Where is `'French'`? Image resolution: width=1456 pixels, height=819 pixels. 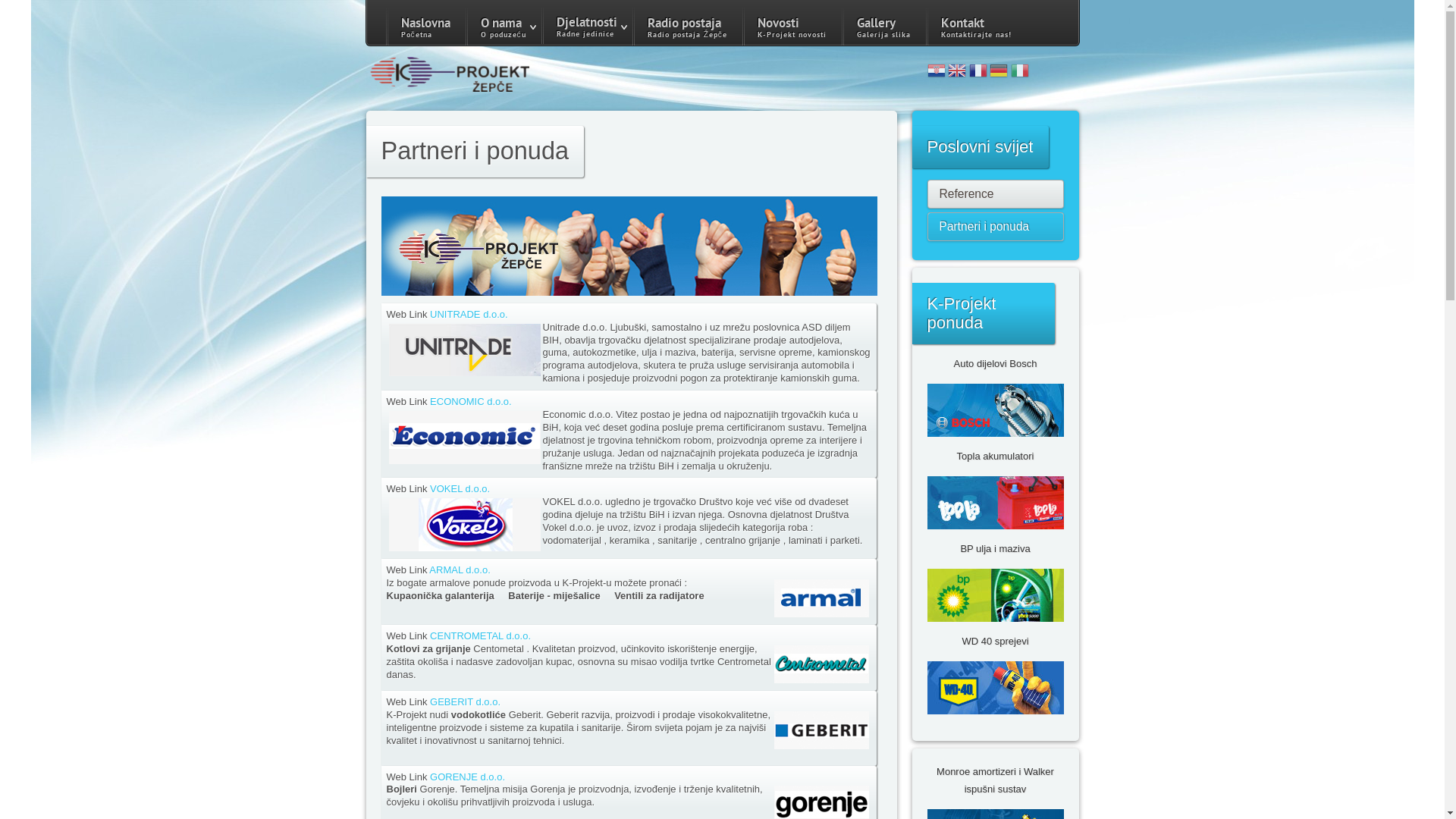 'French' is located at coordinates (978, 72).